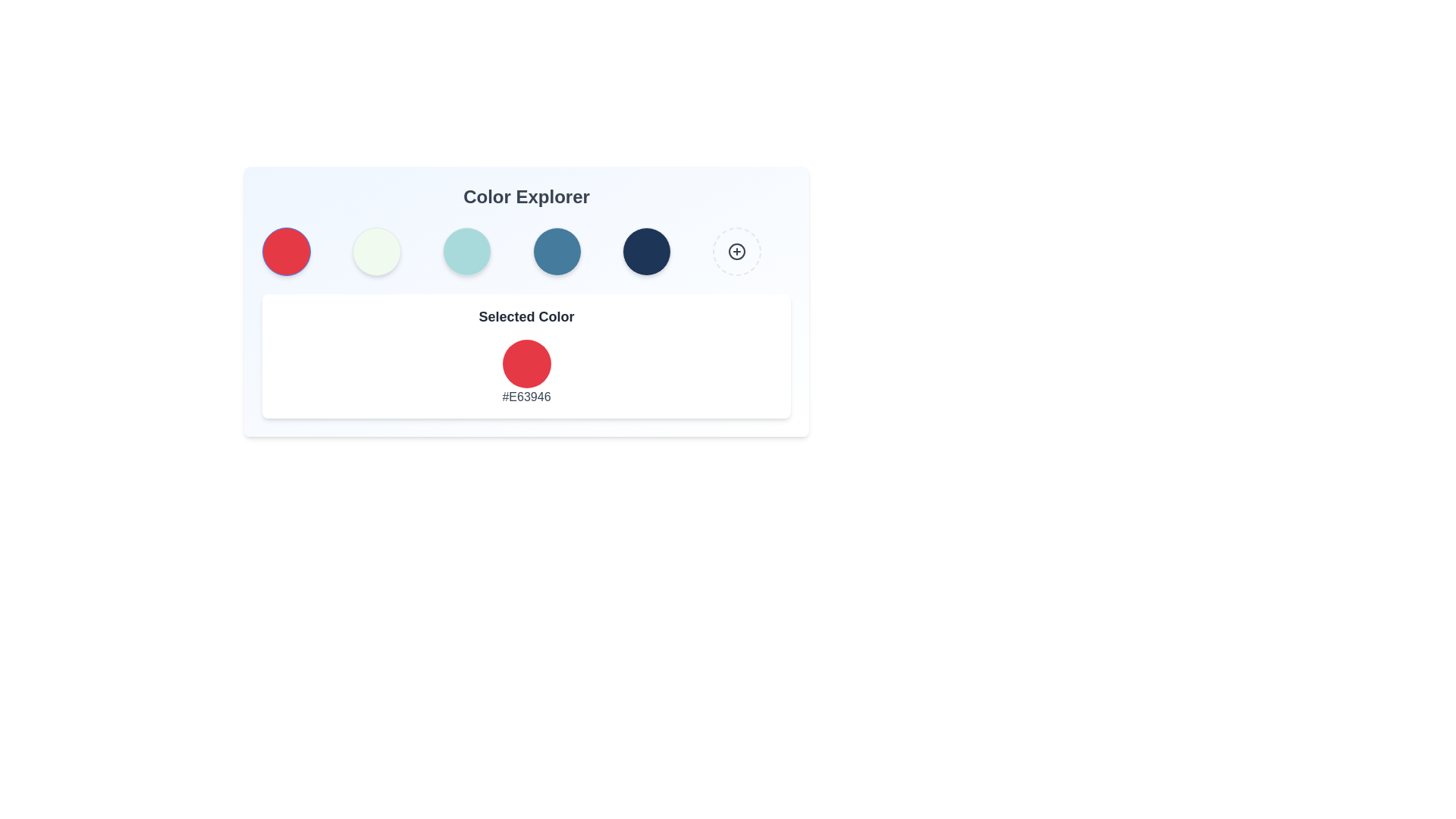  I want to click on the circular '+' button with a dashed border, so click(737, 250).